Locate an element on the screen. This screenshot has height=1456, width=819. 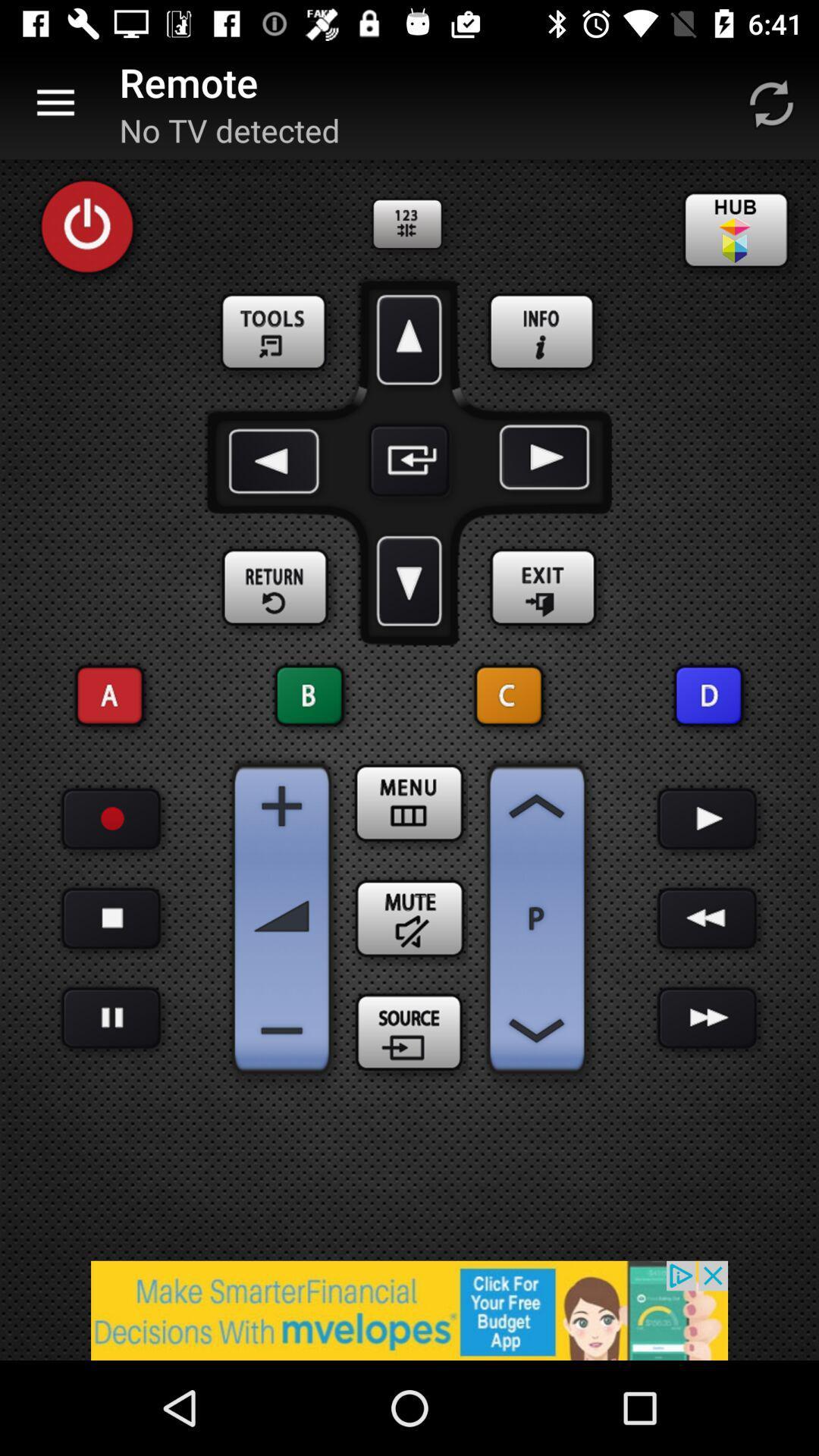
refresh remote options is located at coordinates (771, 102).